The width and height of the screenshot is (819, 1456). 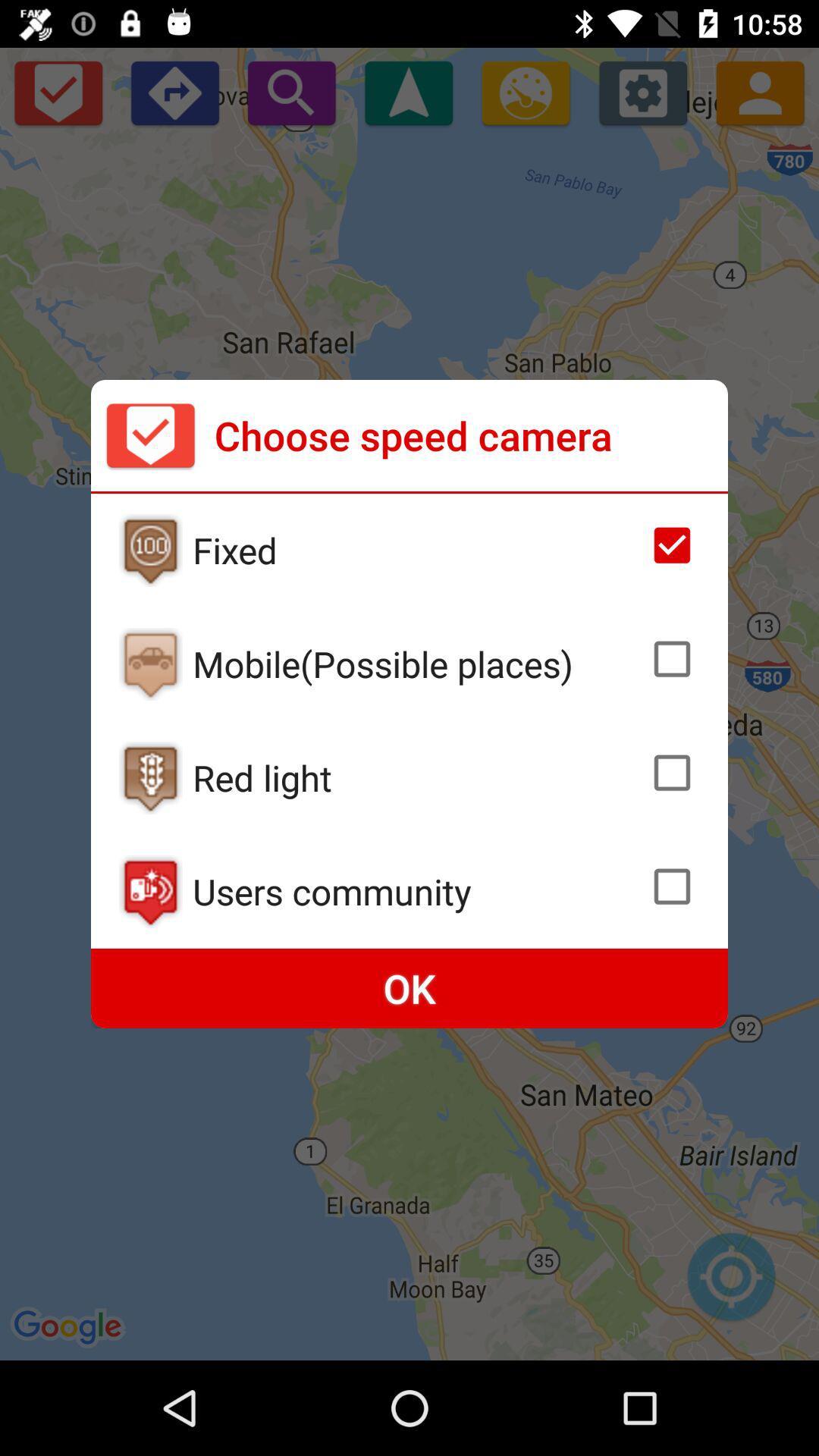 What do you see at coordinates (150, 549) in the screenshot?
I see `click fixed option` at bounding box center [150, 549].